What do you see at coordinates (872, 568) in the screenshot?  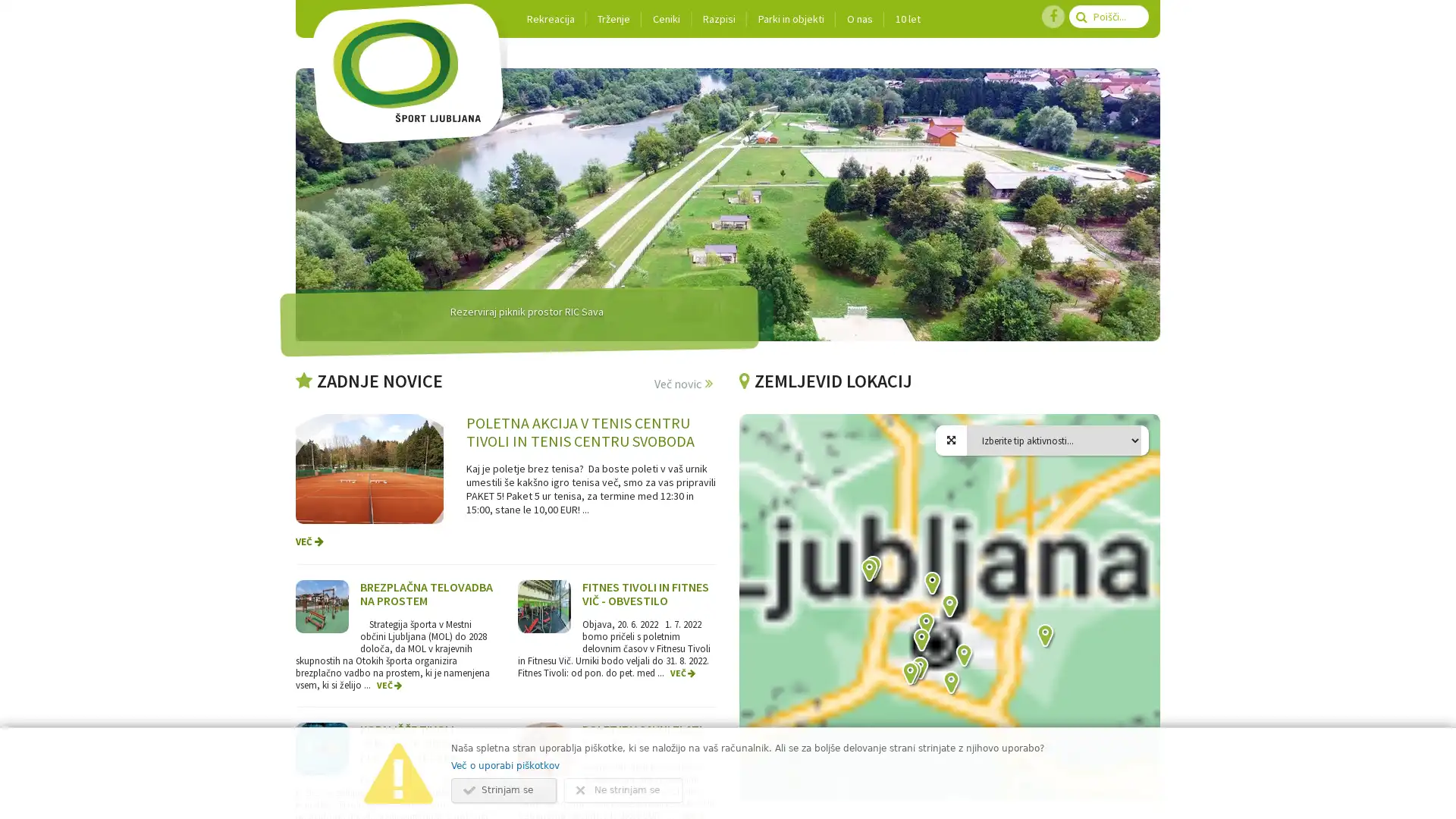 I see `Kako do nas?` at bounding box center [872, 568].